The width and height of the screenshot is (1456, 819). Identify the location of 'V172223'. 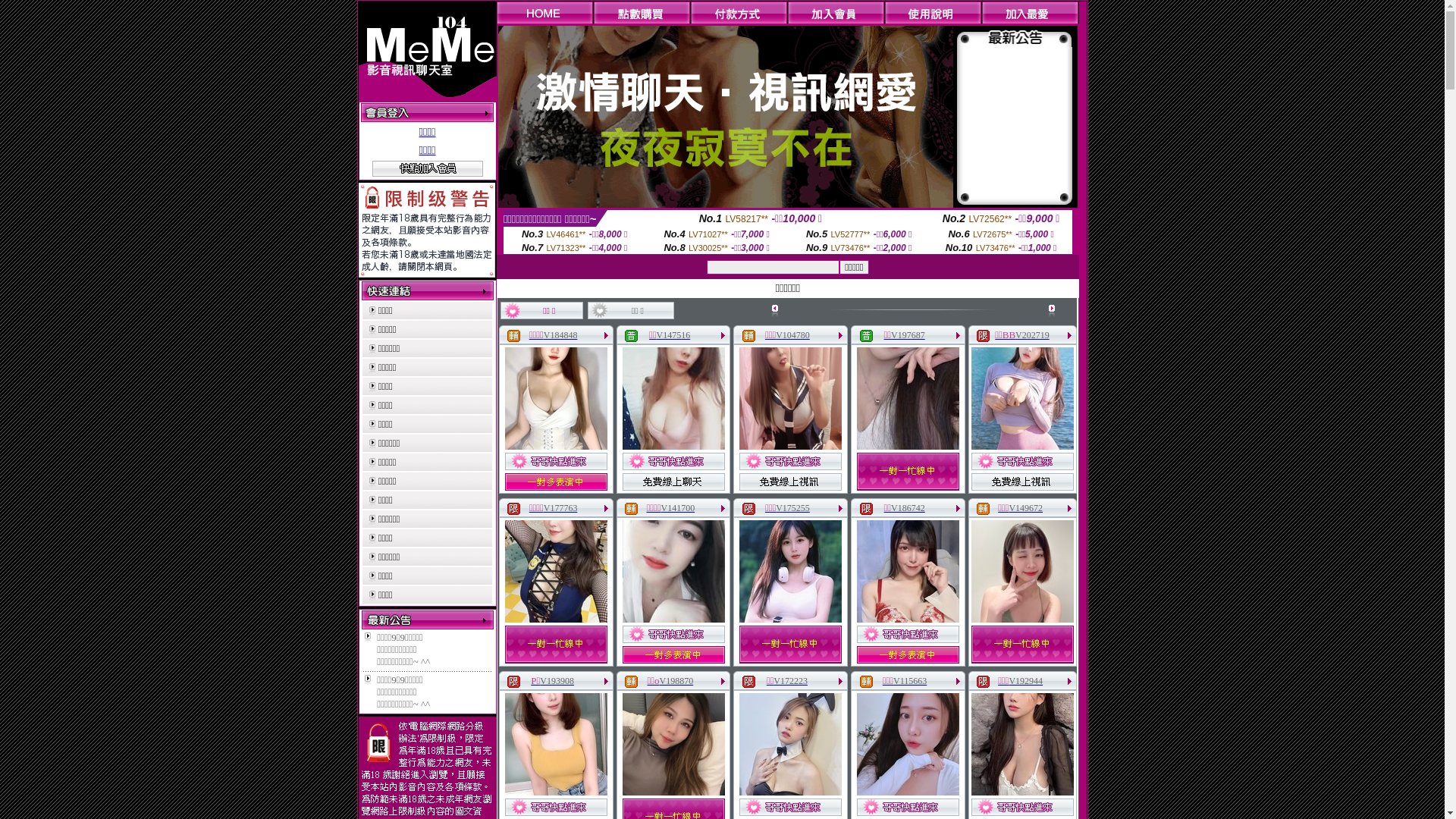
(773, 680).